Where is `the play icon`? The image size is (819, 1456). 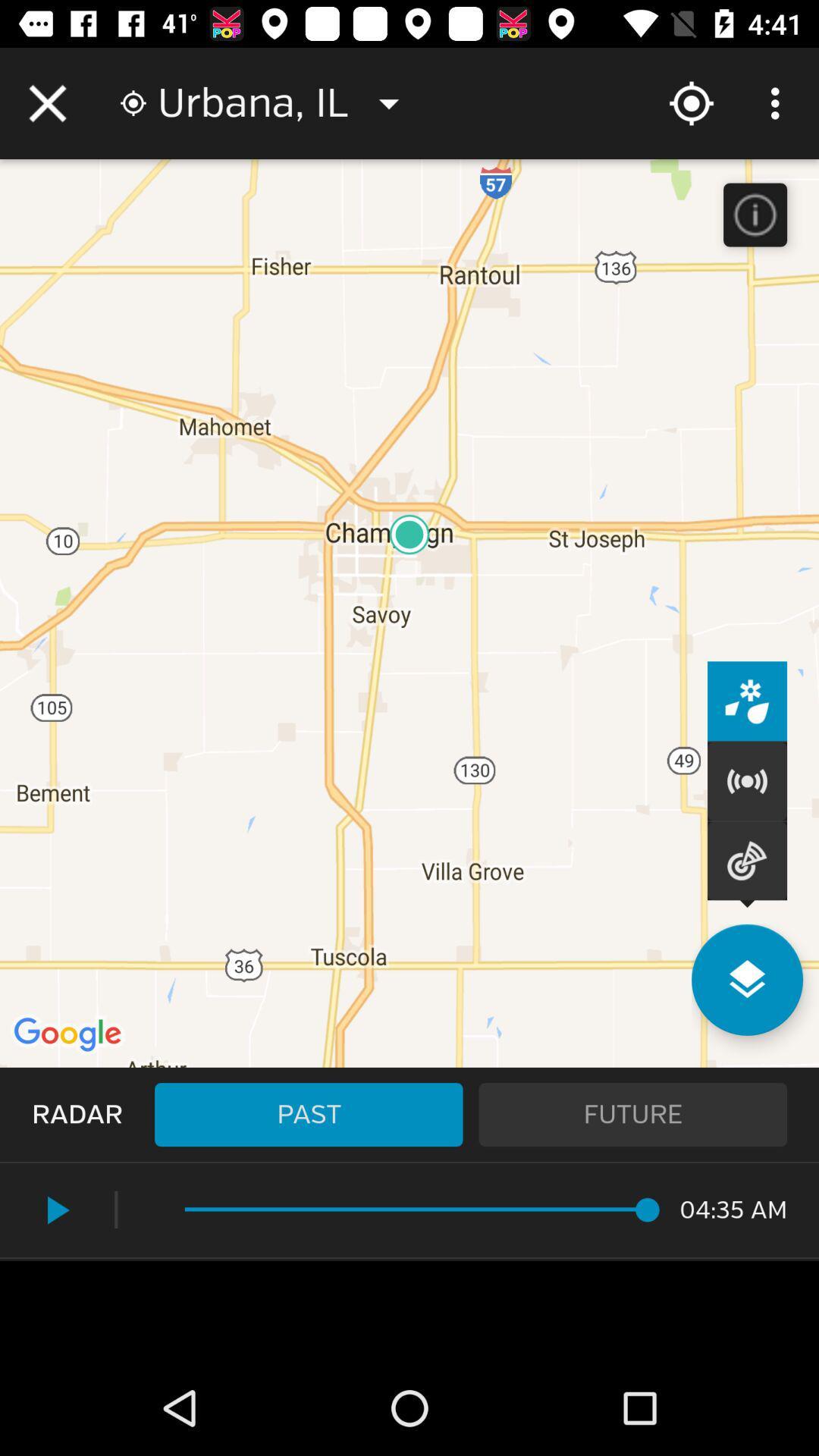 the play icon is located at coordinates (55, 1210).